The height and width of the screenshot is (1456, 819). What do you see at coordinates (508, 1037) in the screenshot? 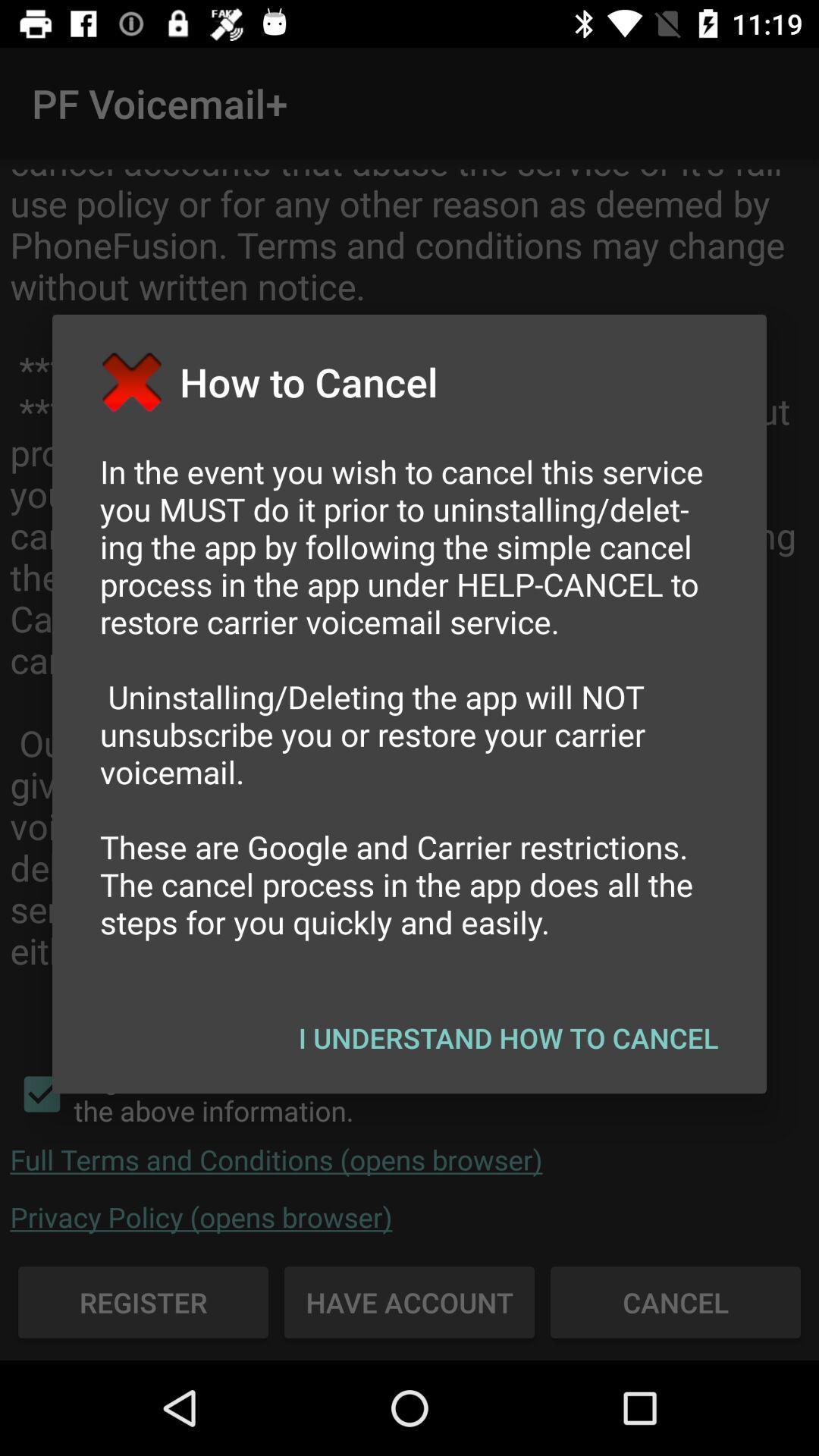
I see `icon at the bottom` at bounding box center [508, 1037].